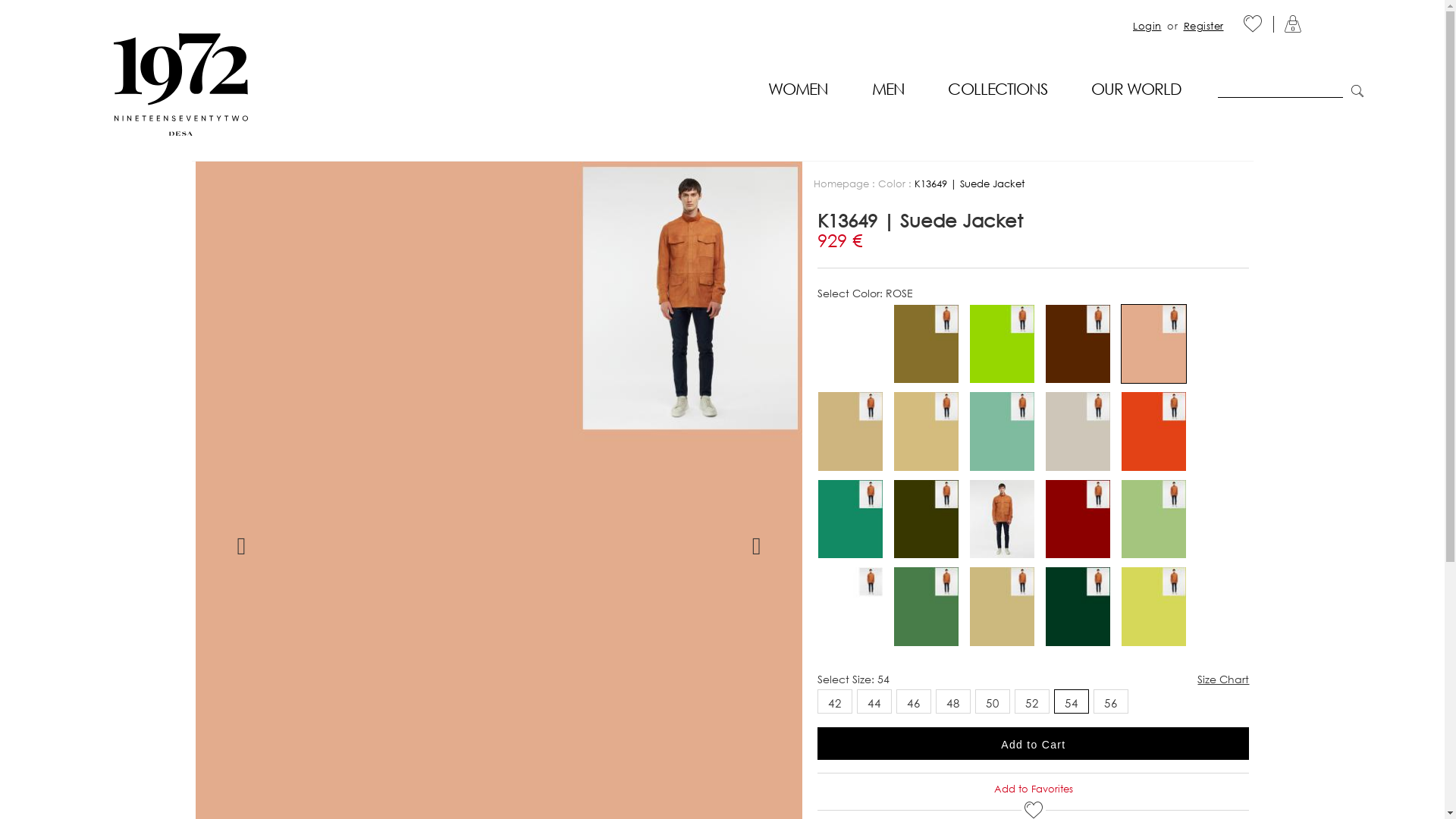 The image size is (1456, 819). I want to click on '44', so click(874, 701).